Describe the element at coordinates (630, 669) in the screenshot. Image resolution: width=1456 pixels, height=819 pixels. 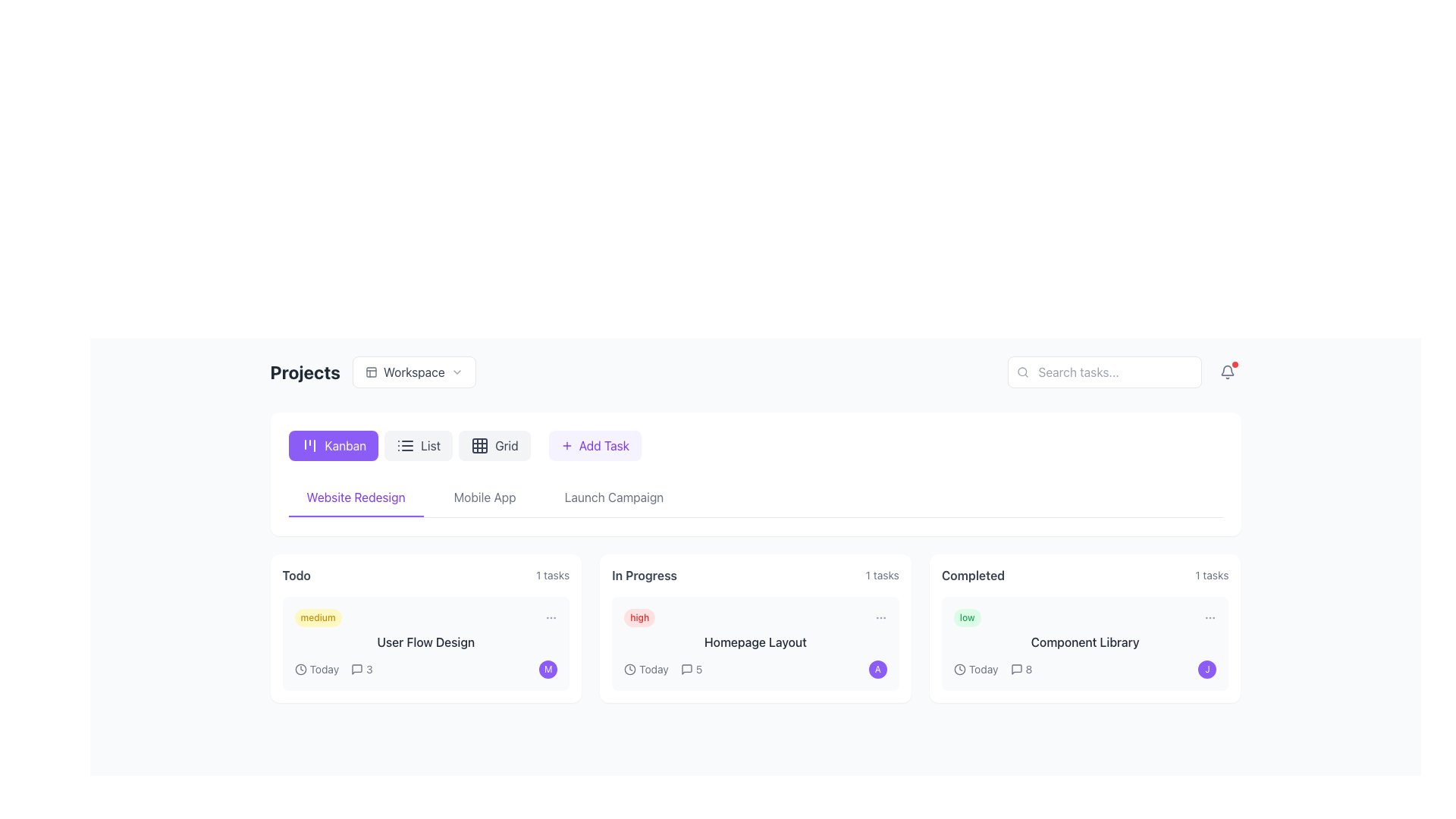
I see `the clock icon indicating time context for the 'Today' text in the 'In Progress' task card on the 'Homepage Layout'` at that location.